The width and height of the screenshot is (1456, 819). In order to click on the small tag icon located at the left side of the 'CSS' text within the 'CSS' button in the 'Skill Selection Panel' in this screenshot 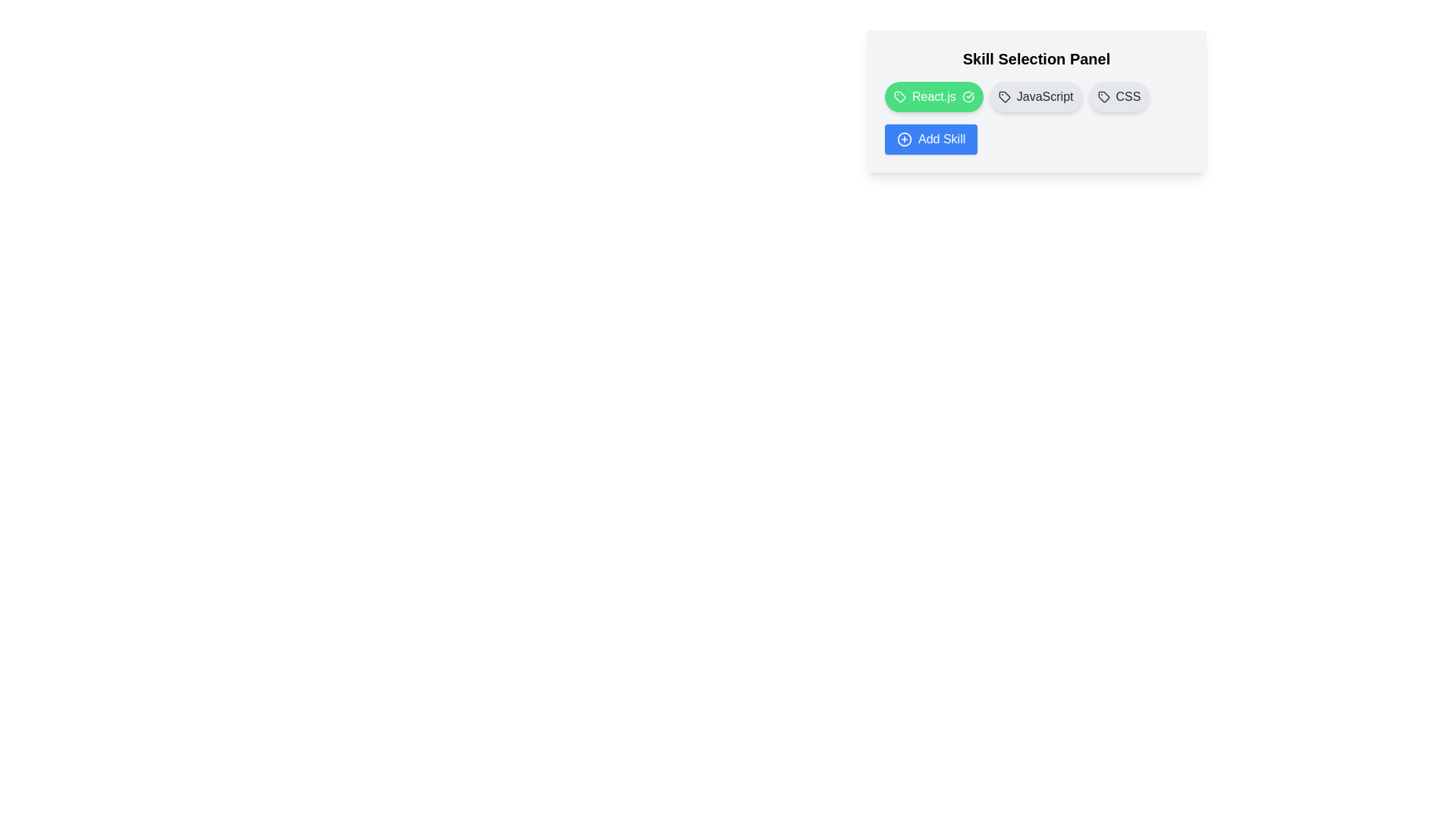, I will do `click(1103, 96)`.